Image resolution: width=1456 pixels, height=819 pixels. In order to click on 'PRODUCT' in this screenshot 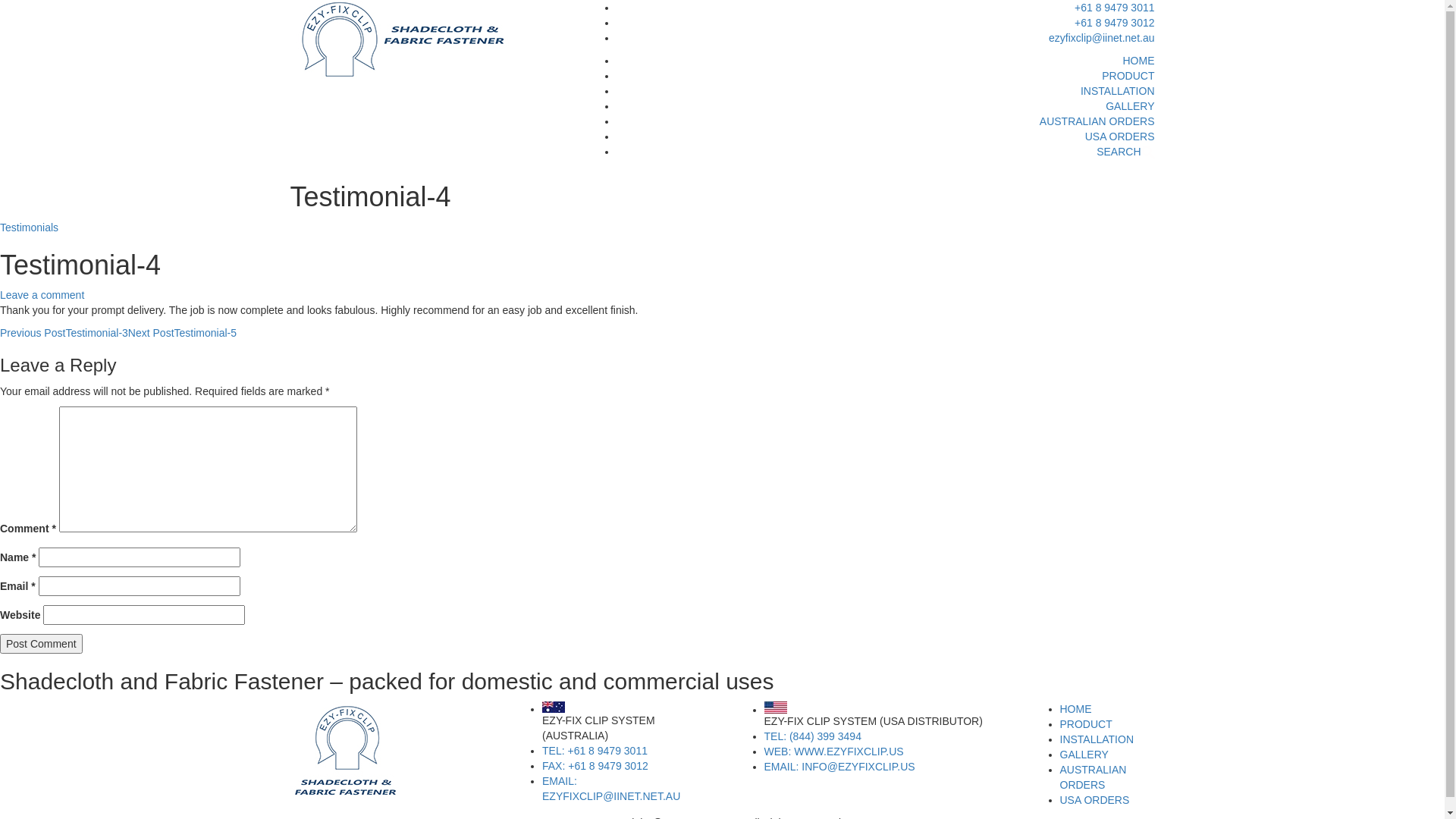, I will do `click(1128, 76)`.